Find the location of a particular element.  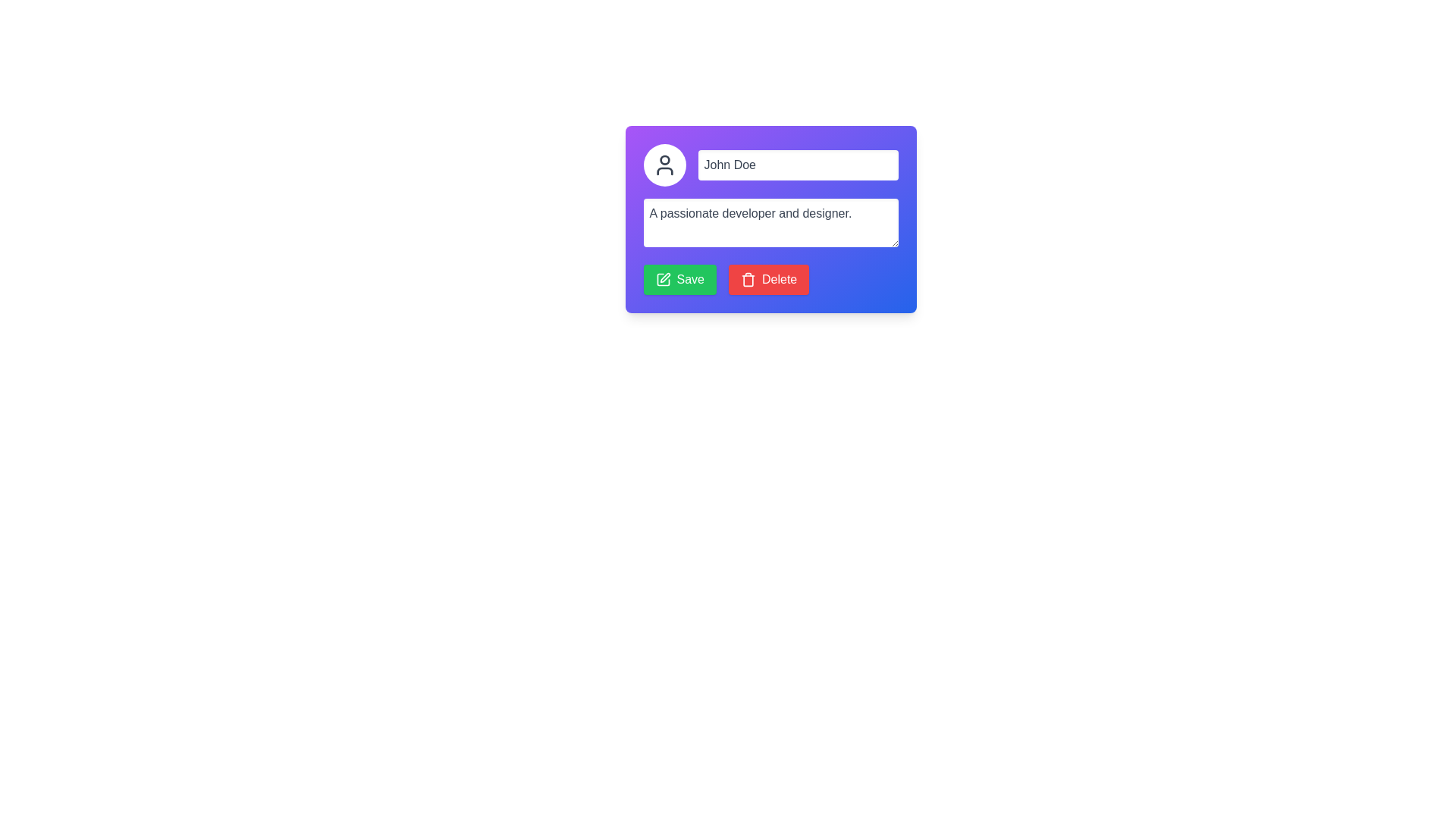

the text input field for additional information display, located below the name input field 'John Doe' and above the 'Save' and 'Delete' buttons in the user card interface is located at coordinates (770, 222).